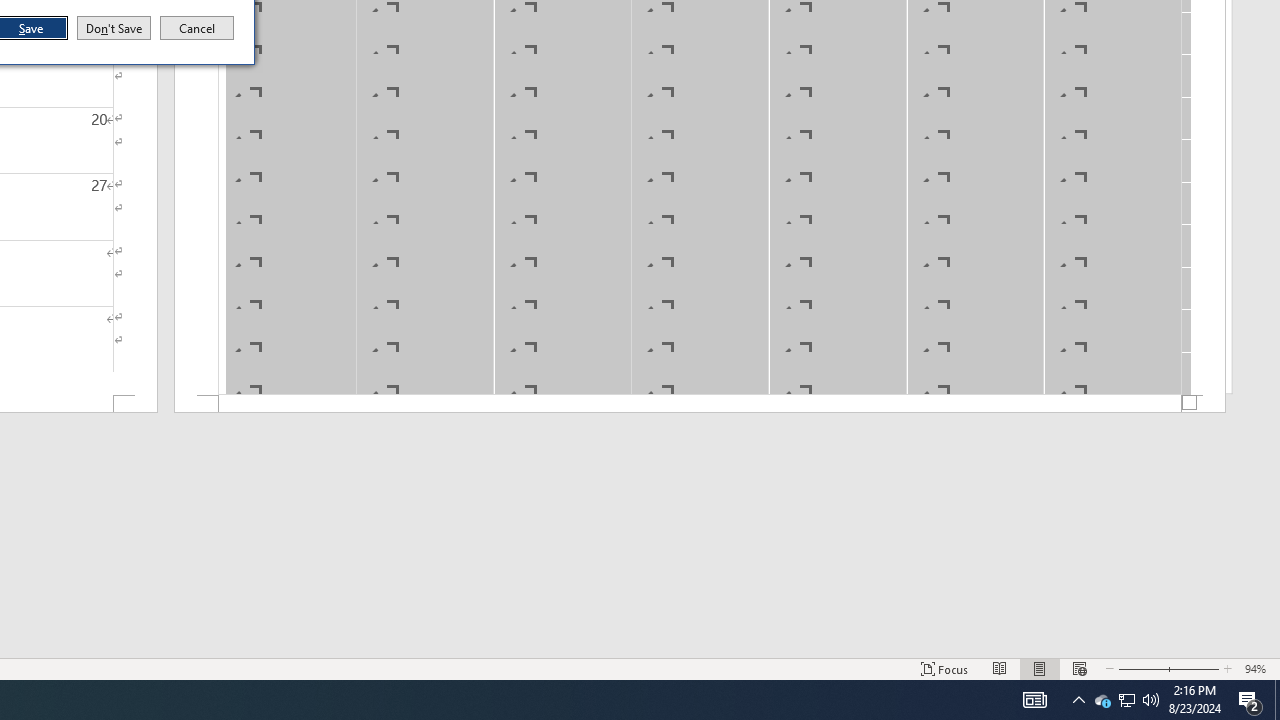 Image resolution: width=1280 pixels, height=720 pixels. What do you see at coordinates (1078, 669) in the screenshot?
I see `'Web Layout'` at bounding box center [1078, 669].